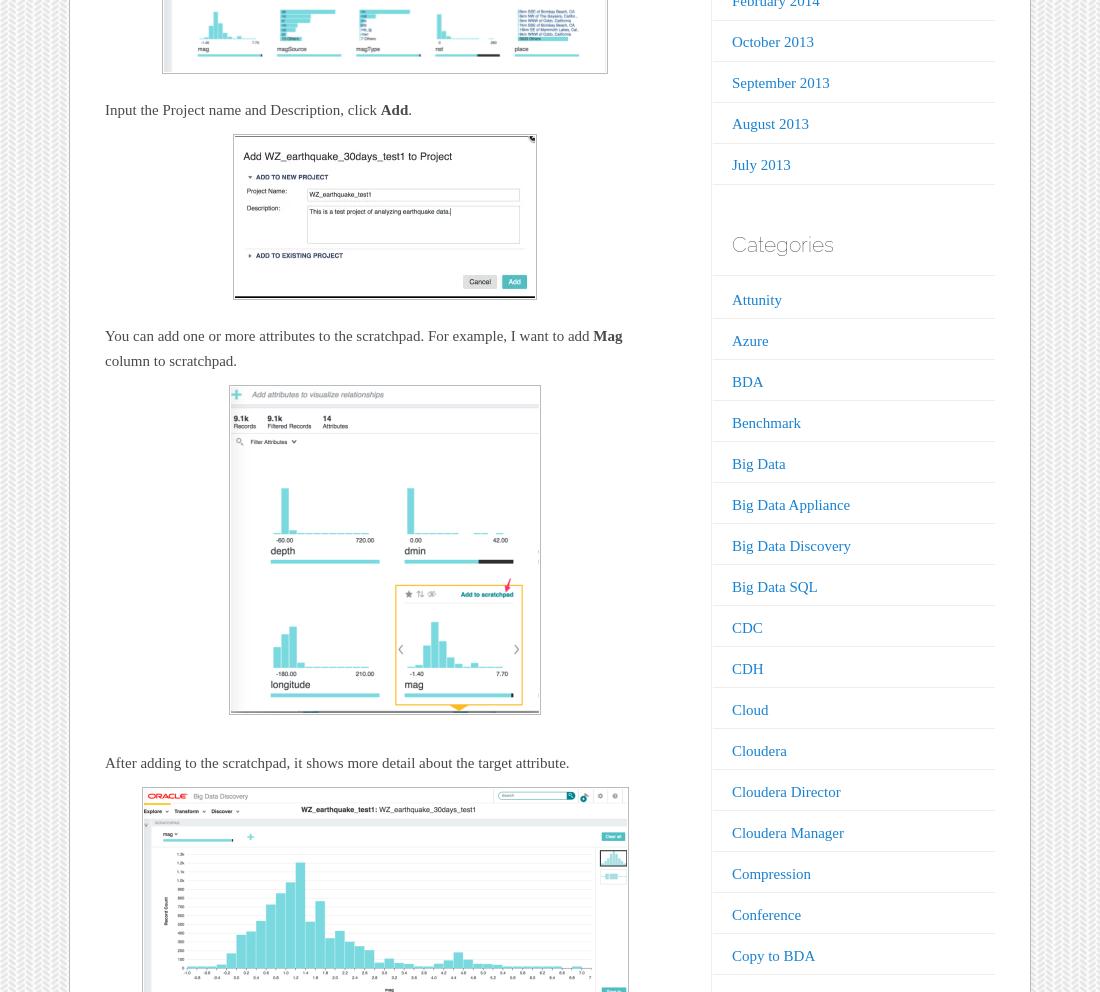 This screenshot has height=992, width=1100. What do you see at coordinates (409, 108) in the screenshot?
I see `'.'` at bounding box center [409, 108].